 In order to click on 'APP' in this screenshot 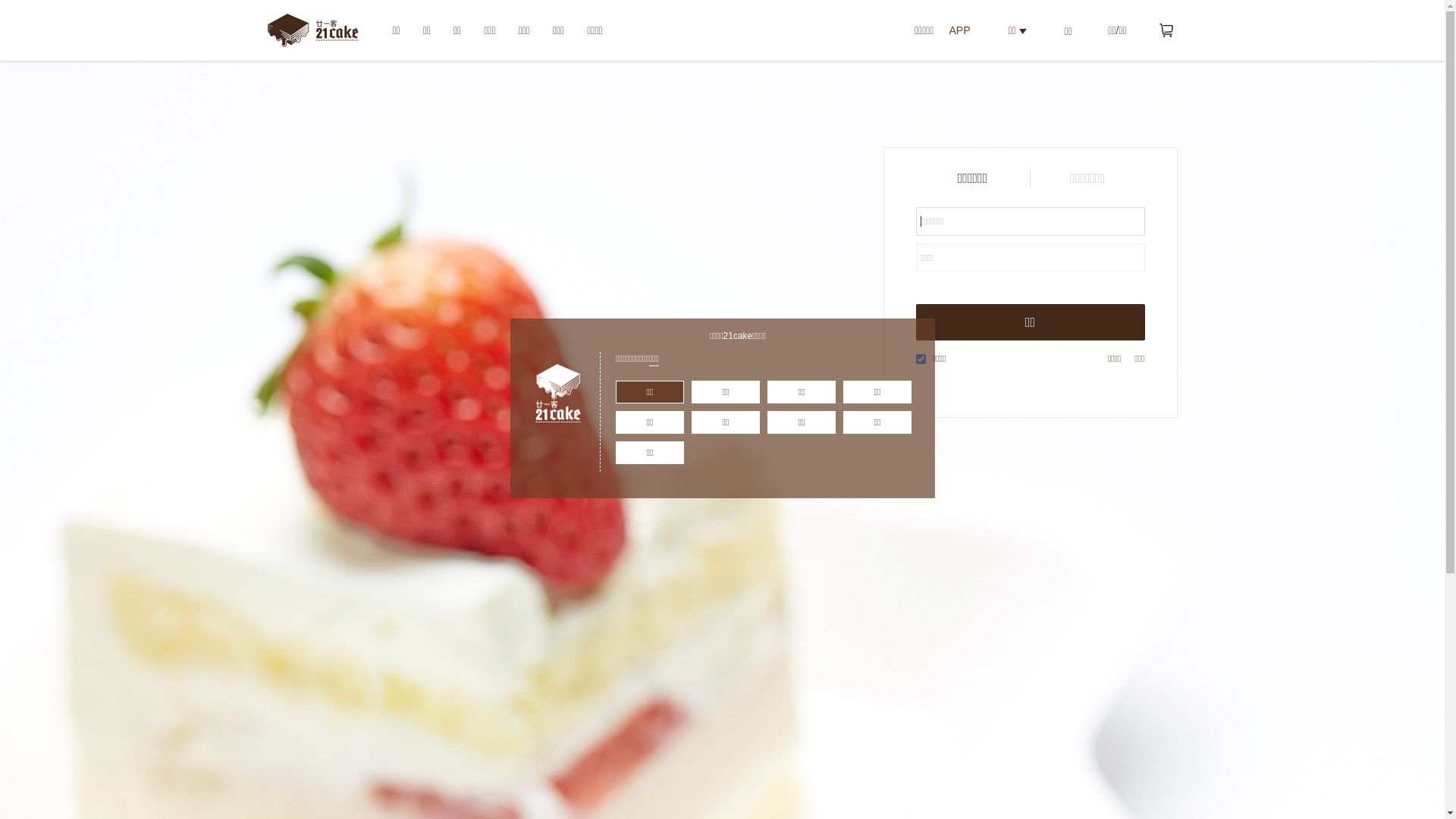, I will do `click(959, 30)`.